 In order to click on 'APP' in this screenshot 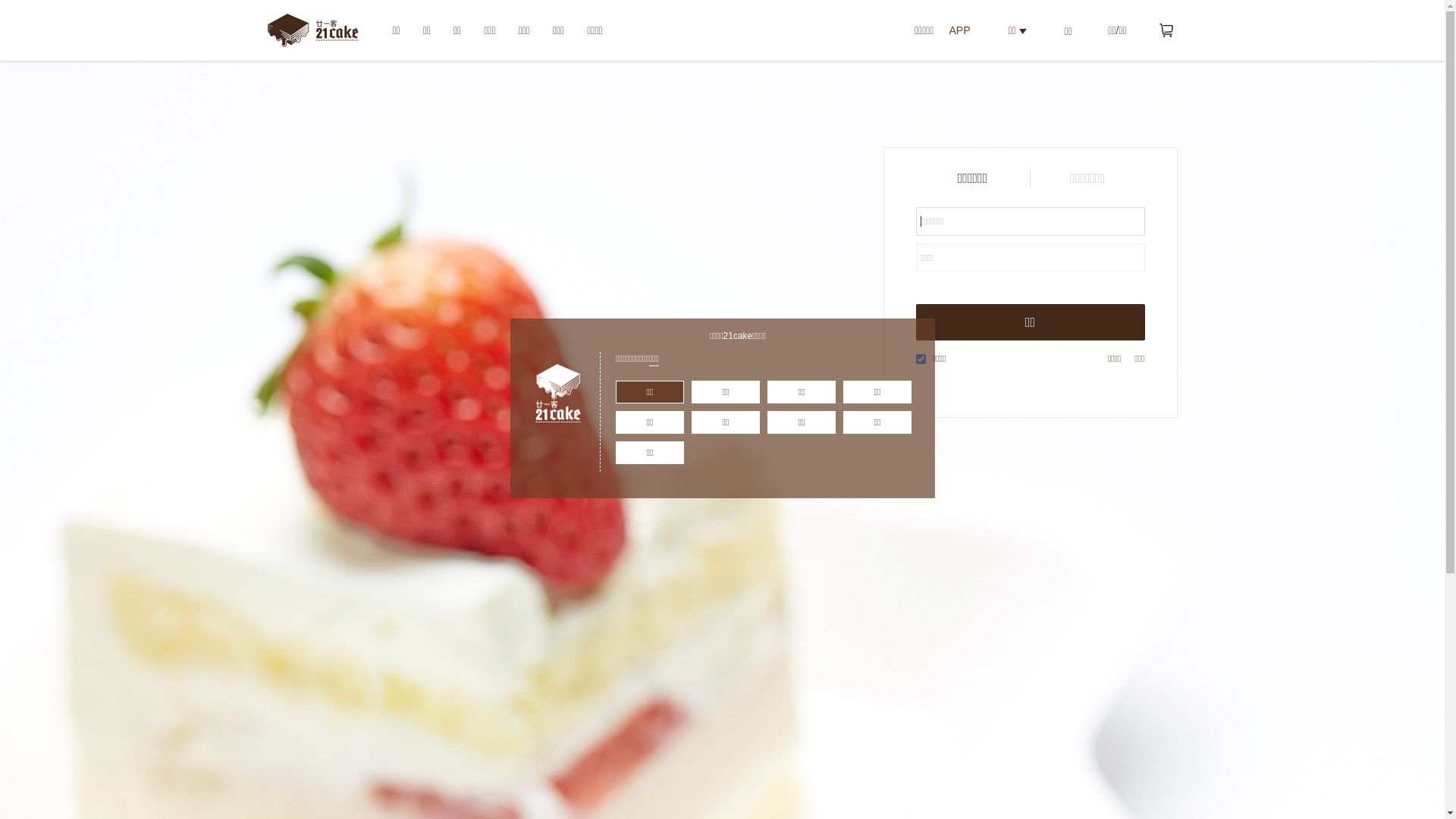, I will do `click(959, 30)`.